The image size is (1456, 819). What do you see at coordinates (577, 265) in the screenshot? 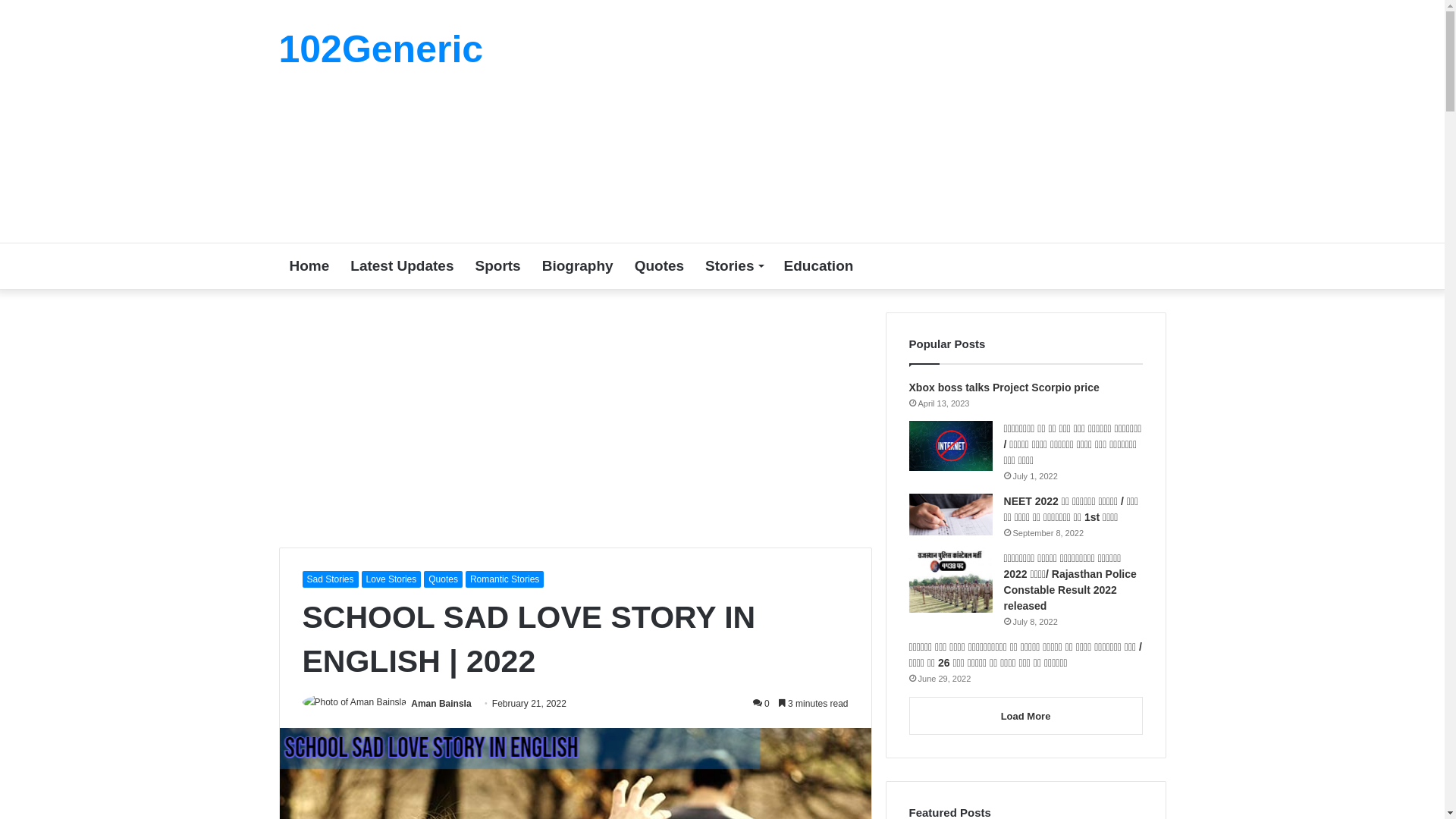
I see `'Biography'` at bounding box center [577, 265].